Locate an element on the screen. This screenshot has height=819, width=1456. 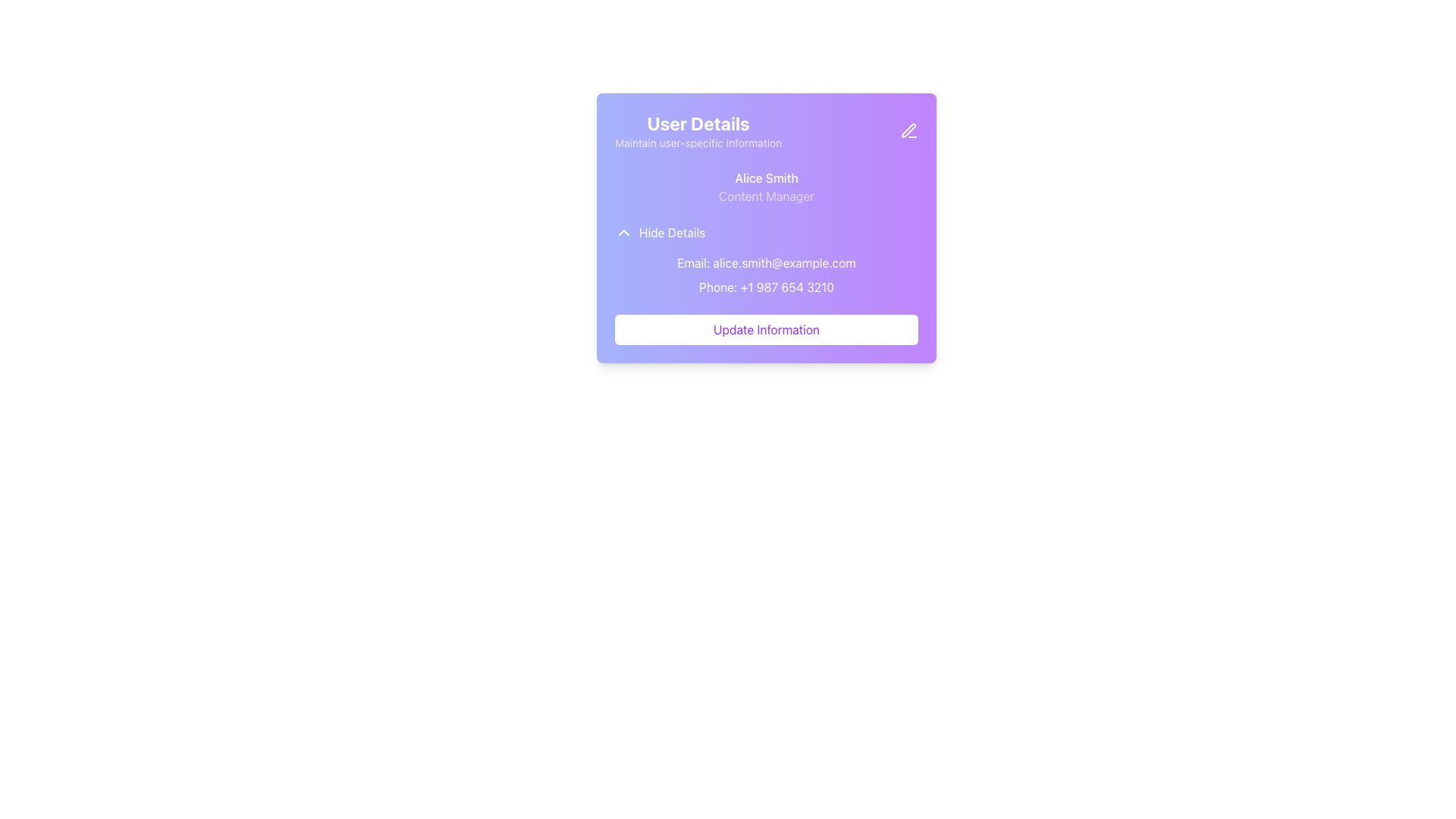
the header text element titled 'User Details' which is styled with bold white text and located at the top of the purple gradient panel is located at coordinates (698, 130).